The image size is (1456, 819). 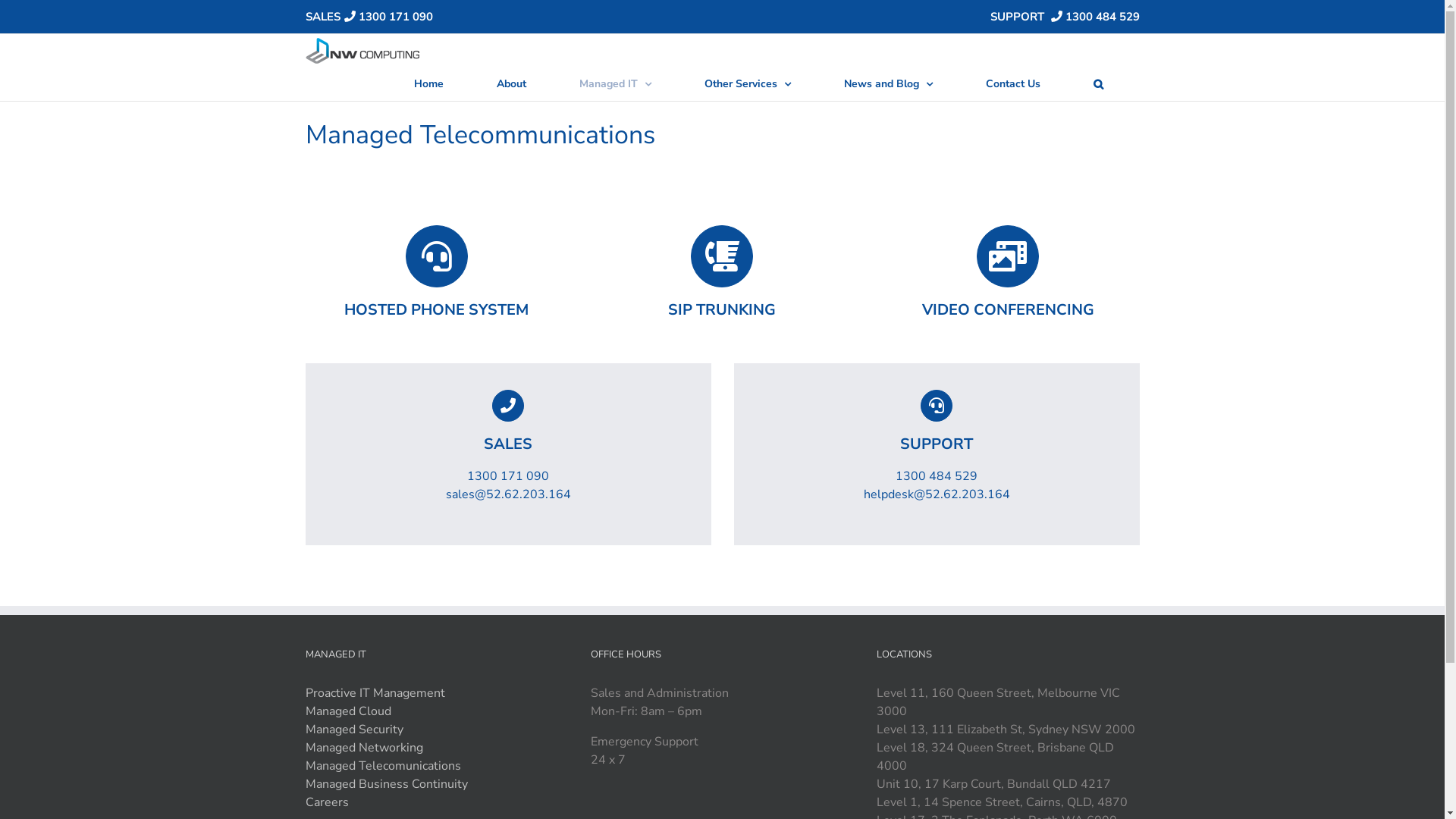 I want to click on 'Managed Business Continuity', so click(x=385, y=783).